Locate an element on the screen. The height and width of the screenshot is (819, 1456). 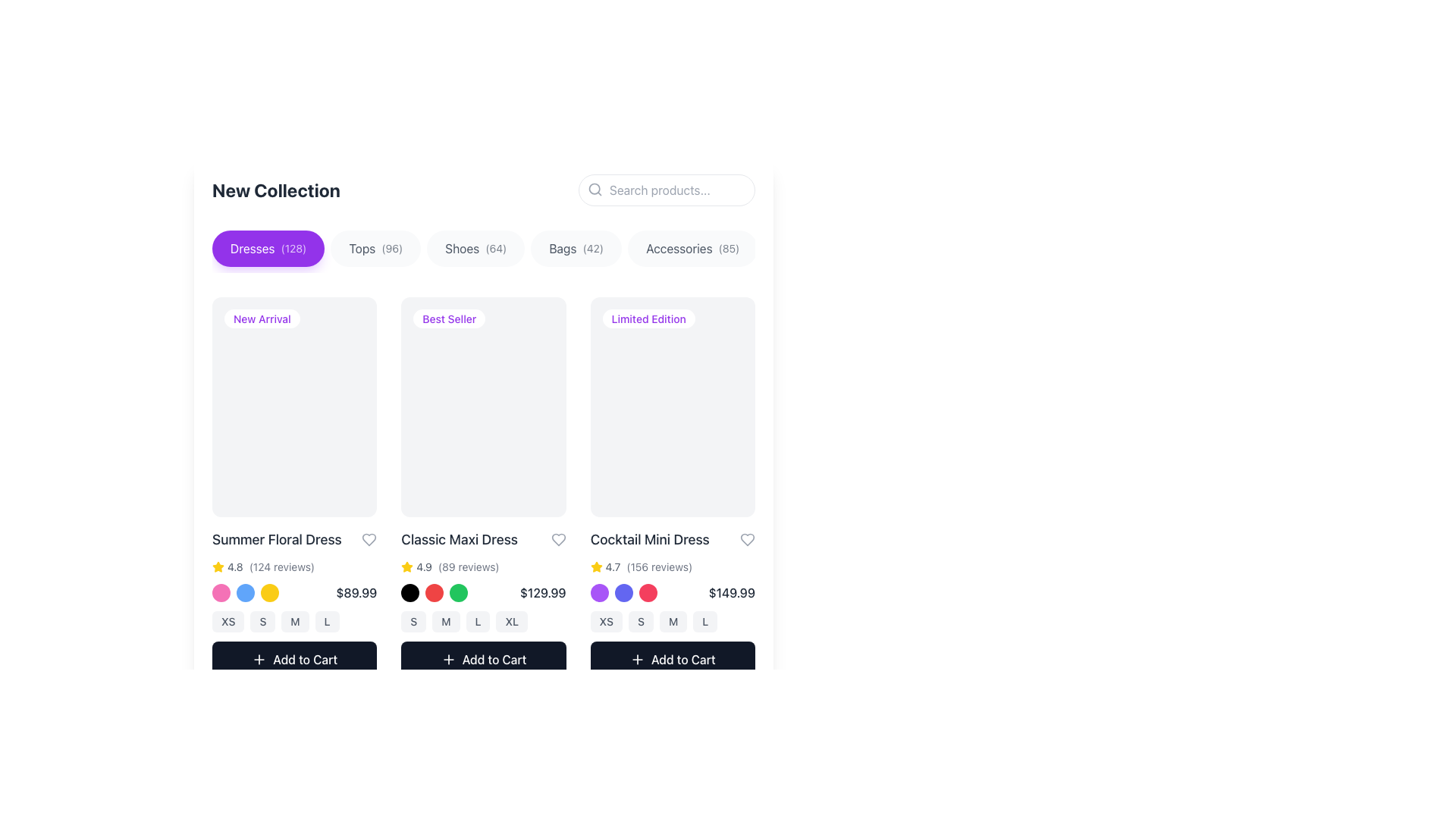
the size selection button for 'M' of the 'Cocktail Mini Dress' is located at coordinates (673, 621).